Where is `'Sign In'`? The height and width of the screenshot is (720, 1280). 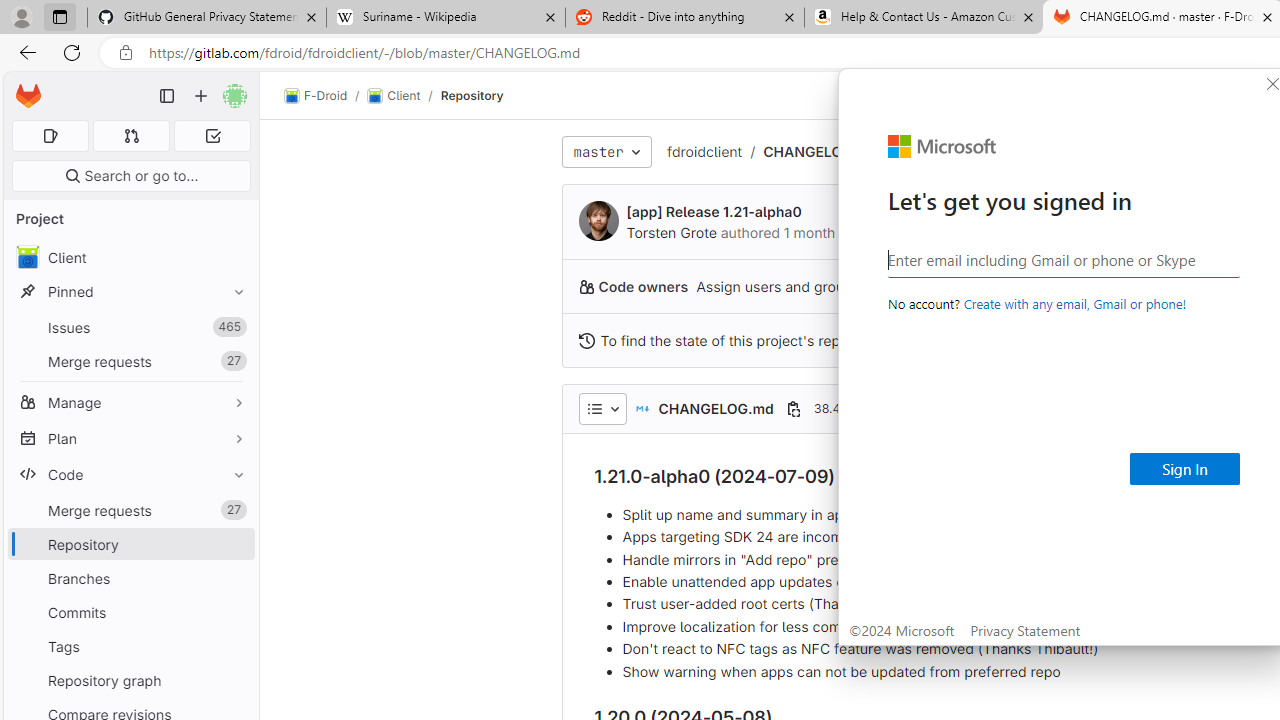
'Sign In' is located at coordinates (1185, 469).